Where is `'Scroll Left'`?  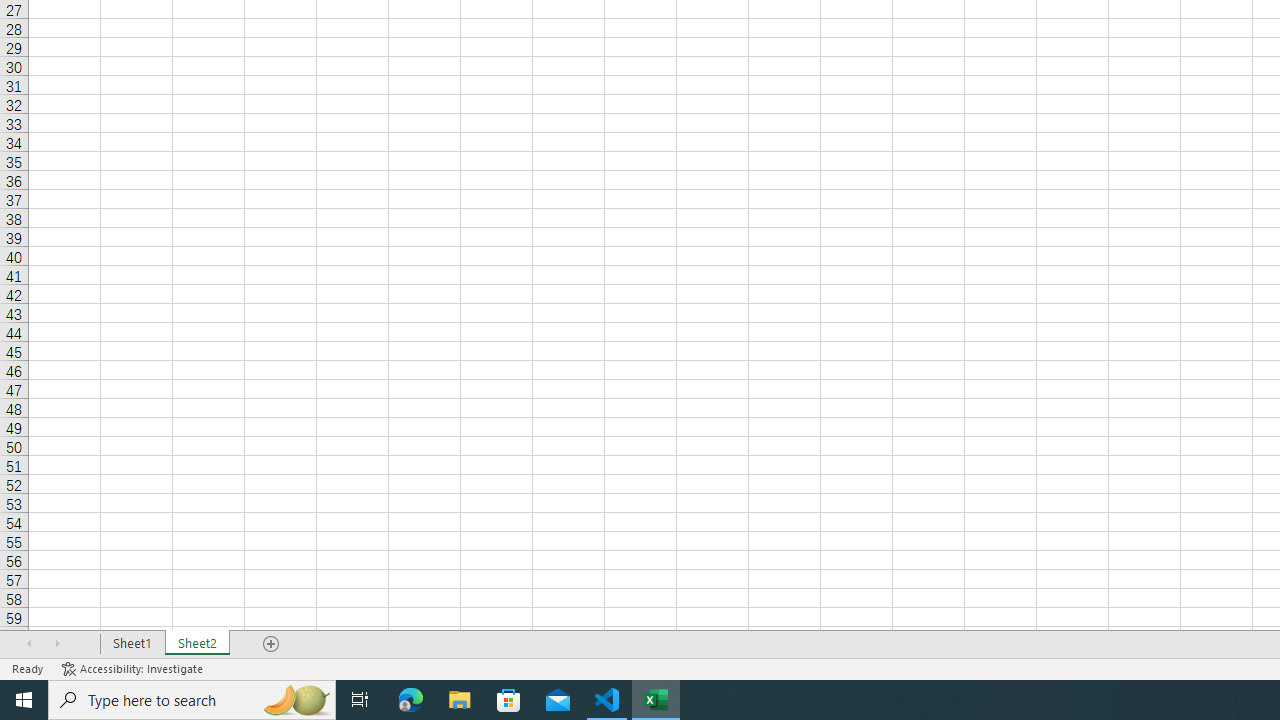 'Scroll Left' is located at coordinates (29, 644).